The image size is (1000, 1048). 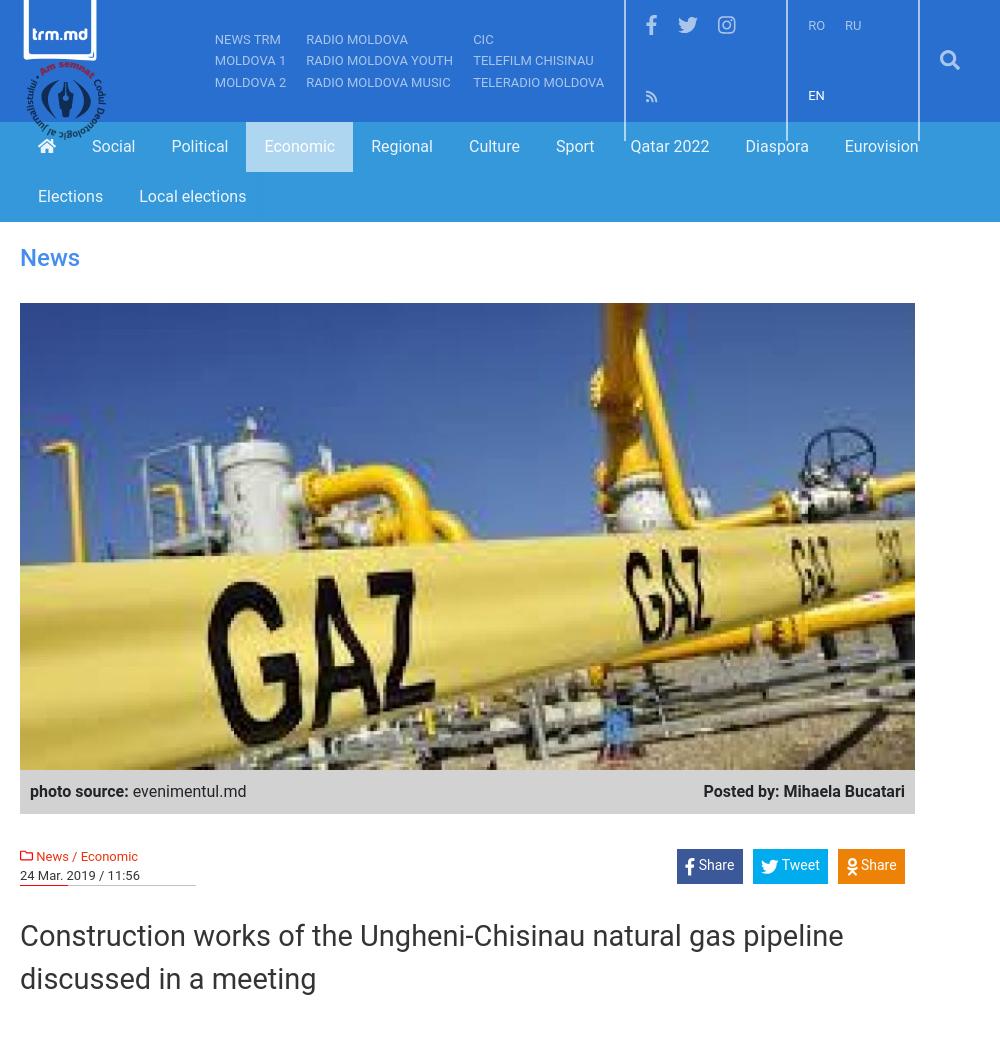 What do you see at coordinates (472, 81) in the screenshot?
I see `'Teleradio Moldova'` at bounding box center [472, 81].